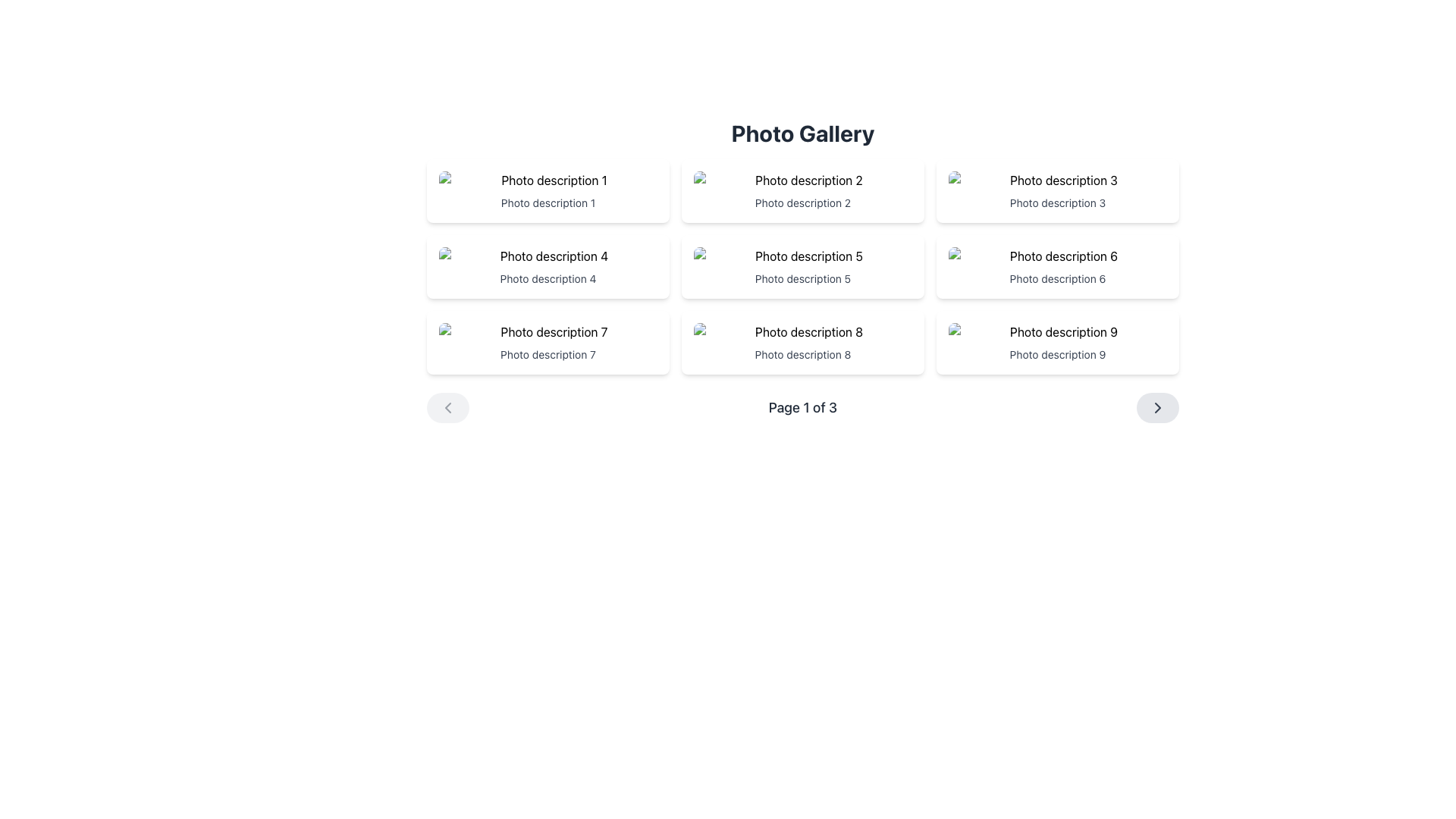 This screenshot has height=819, width=1456. I want to click on the circular button icon located near the bottom-left corner of the page, so click(447, 406).